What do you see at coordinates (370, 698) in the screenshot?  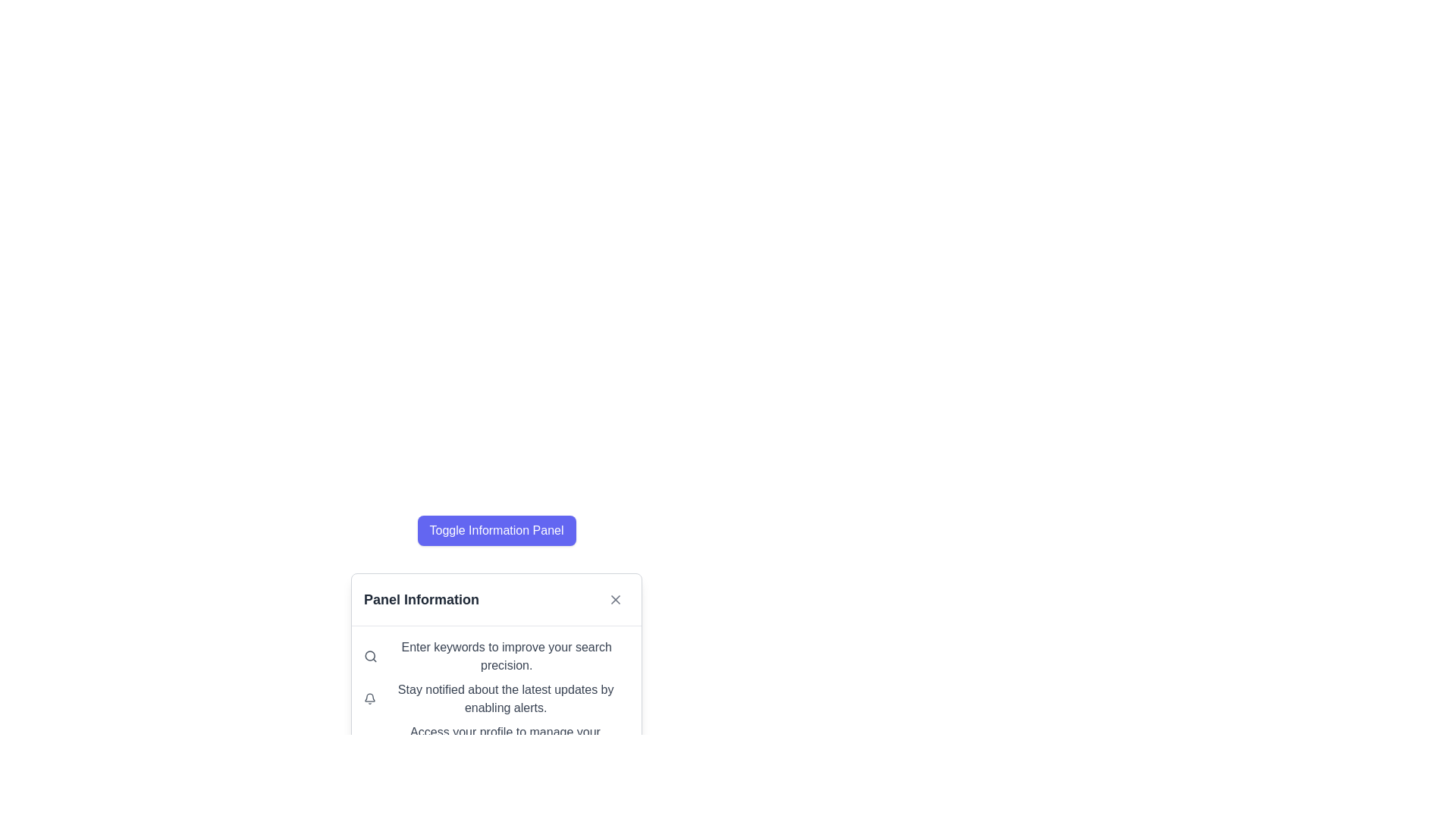 I see `the bell icon located on the left side of the text in the 'Stay notified about the latest updates by enabling alerts.' section` at bounding box center [370, 698].